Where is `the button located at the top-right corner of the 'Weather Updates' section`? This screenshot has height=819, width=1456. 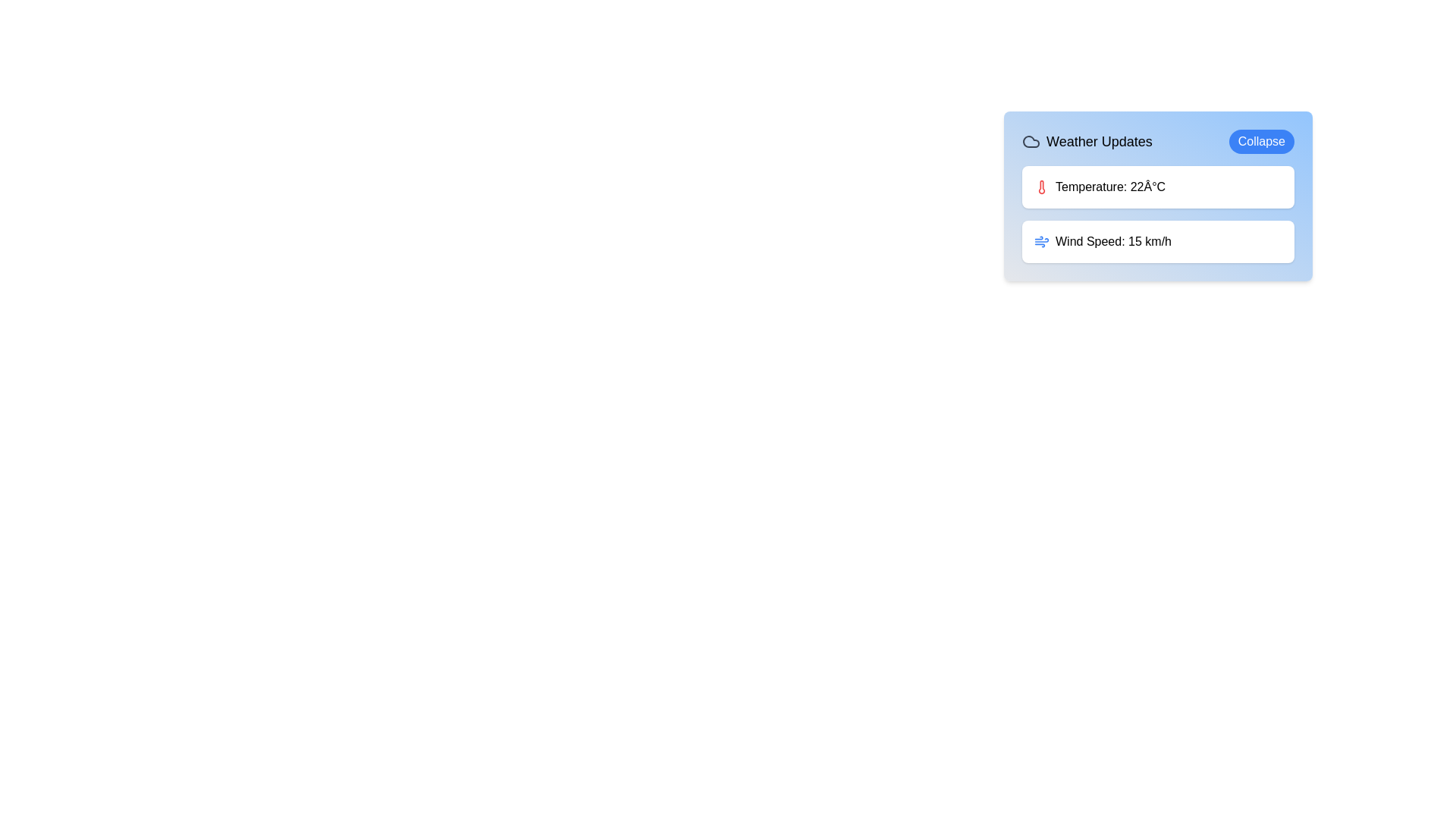 the button located at the top-right corner of the 'Weather Updates' section is located at coordinates (1261, 141).